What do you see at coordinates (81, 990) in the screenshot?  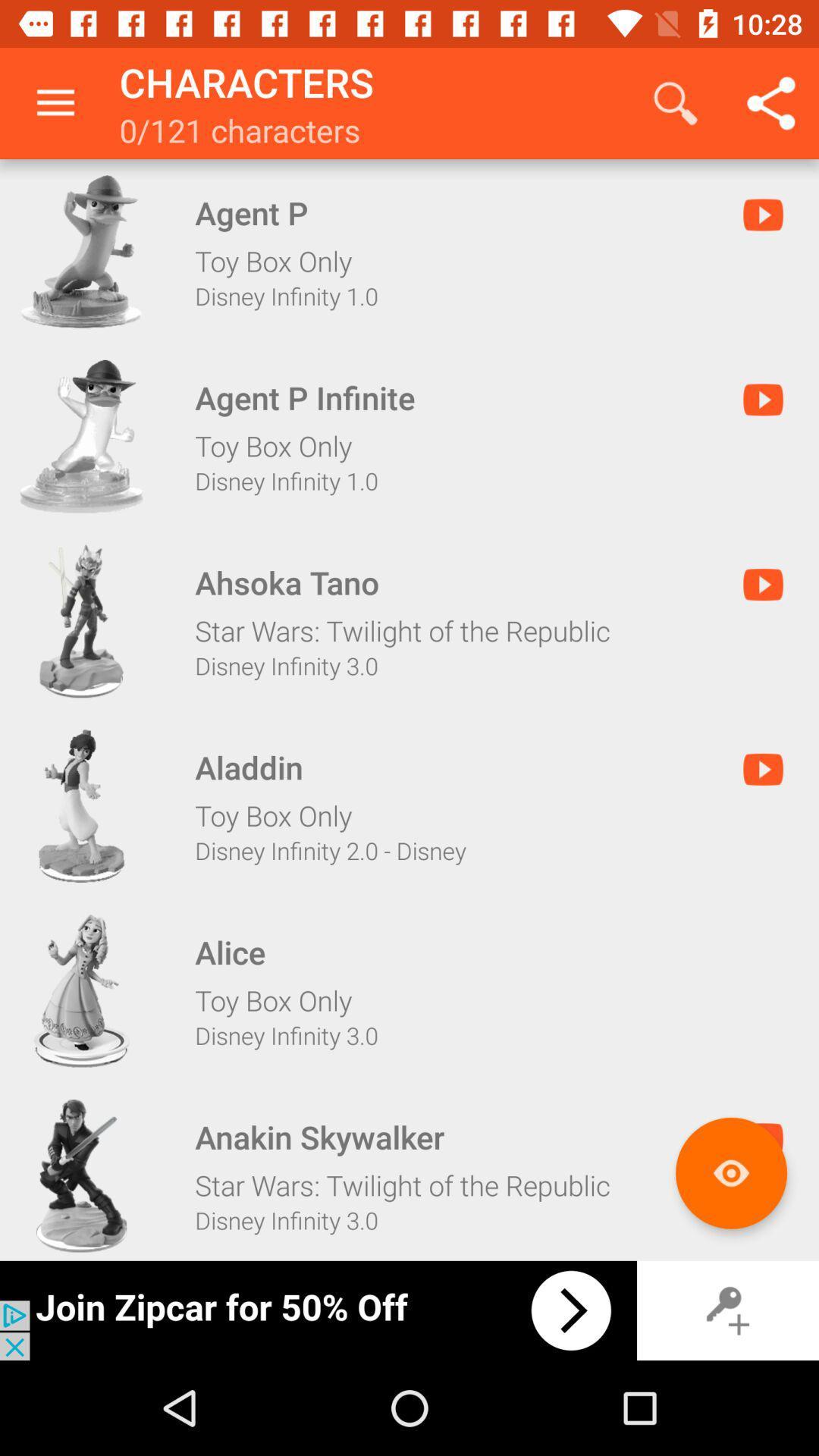 I see `alice character` at bounding box center [81, 990].